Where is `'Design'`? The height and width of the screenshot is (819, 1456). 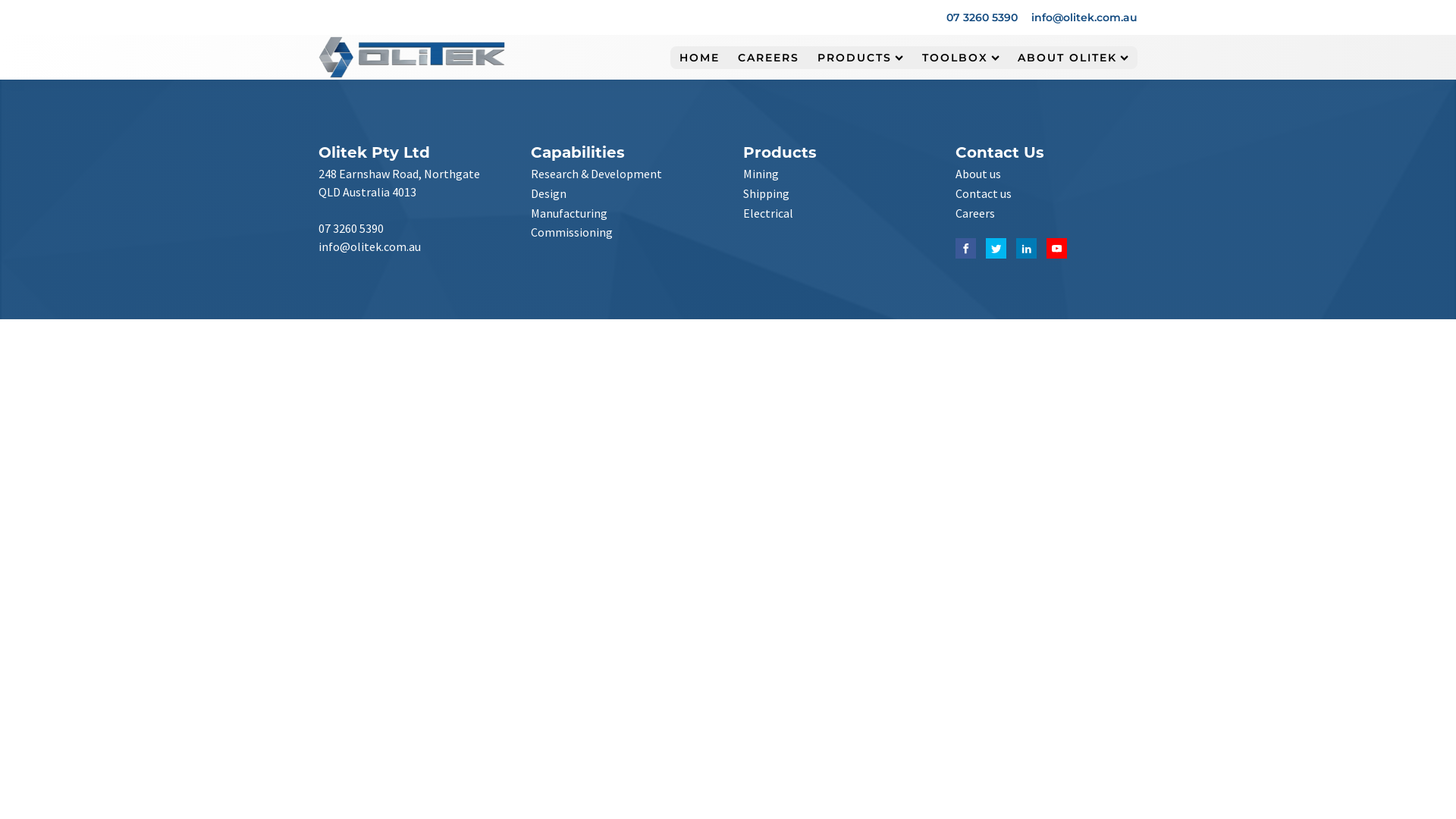
'Design' is located at coordinates (548, 193).